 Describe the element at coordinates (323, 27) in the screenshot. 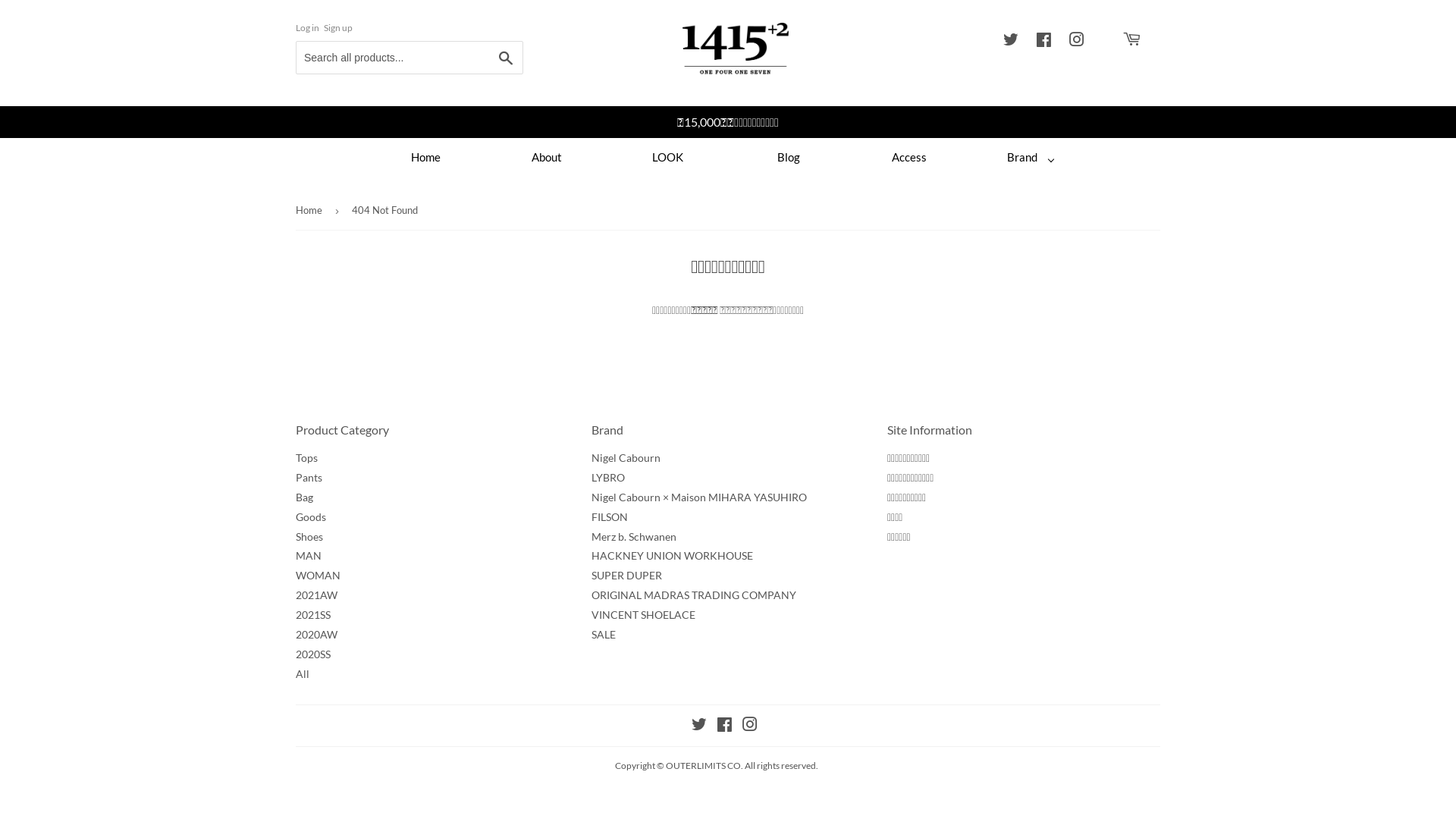

I see `'Sign up'` at that location.